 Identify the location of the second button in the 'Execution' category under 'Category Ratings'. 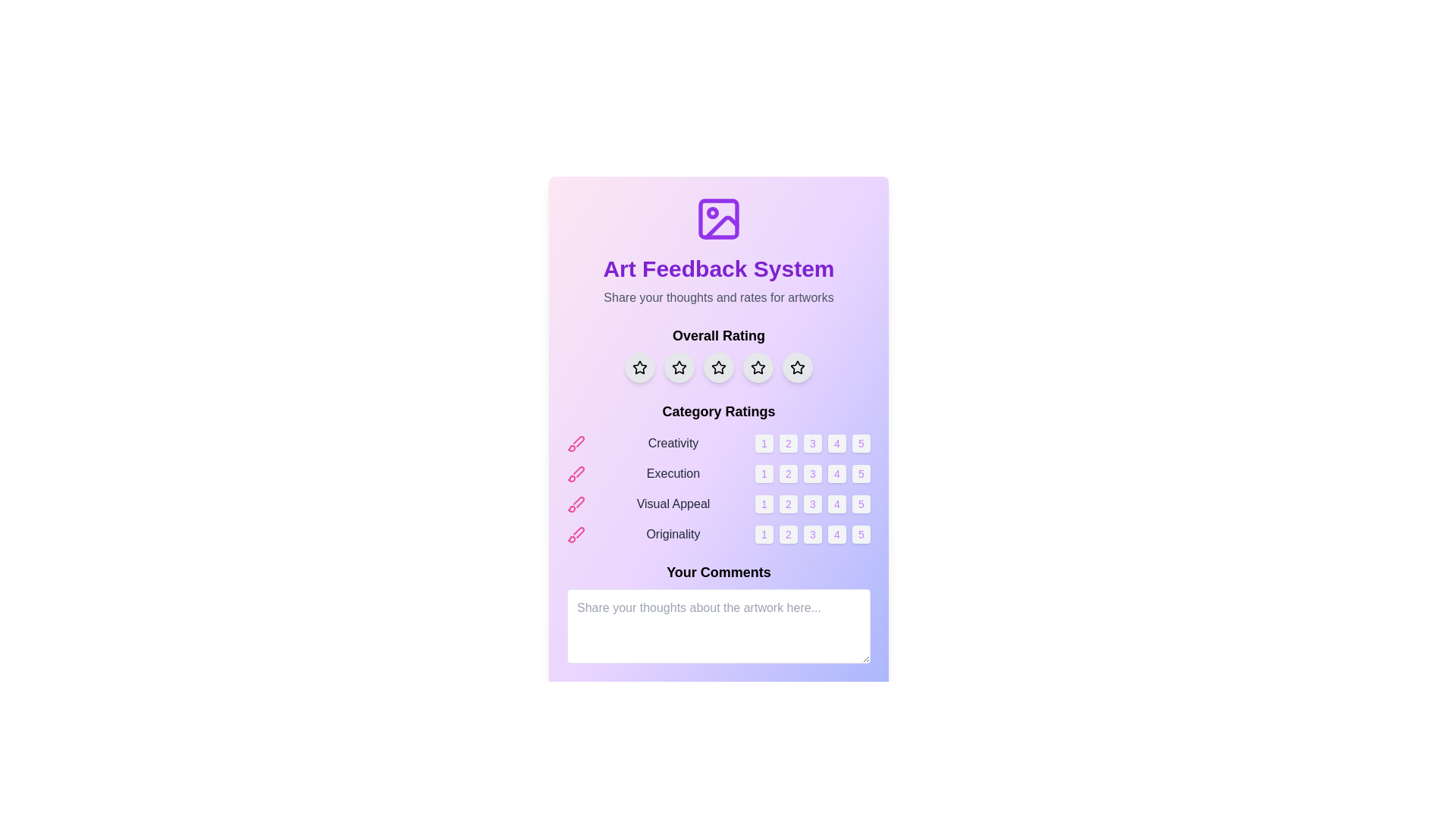
(789, 472).